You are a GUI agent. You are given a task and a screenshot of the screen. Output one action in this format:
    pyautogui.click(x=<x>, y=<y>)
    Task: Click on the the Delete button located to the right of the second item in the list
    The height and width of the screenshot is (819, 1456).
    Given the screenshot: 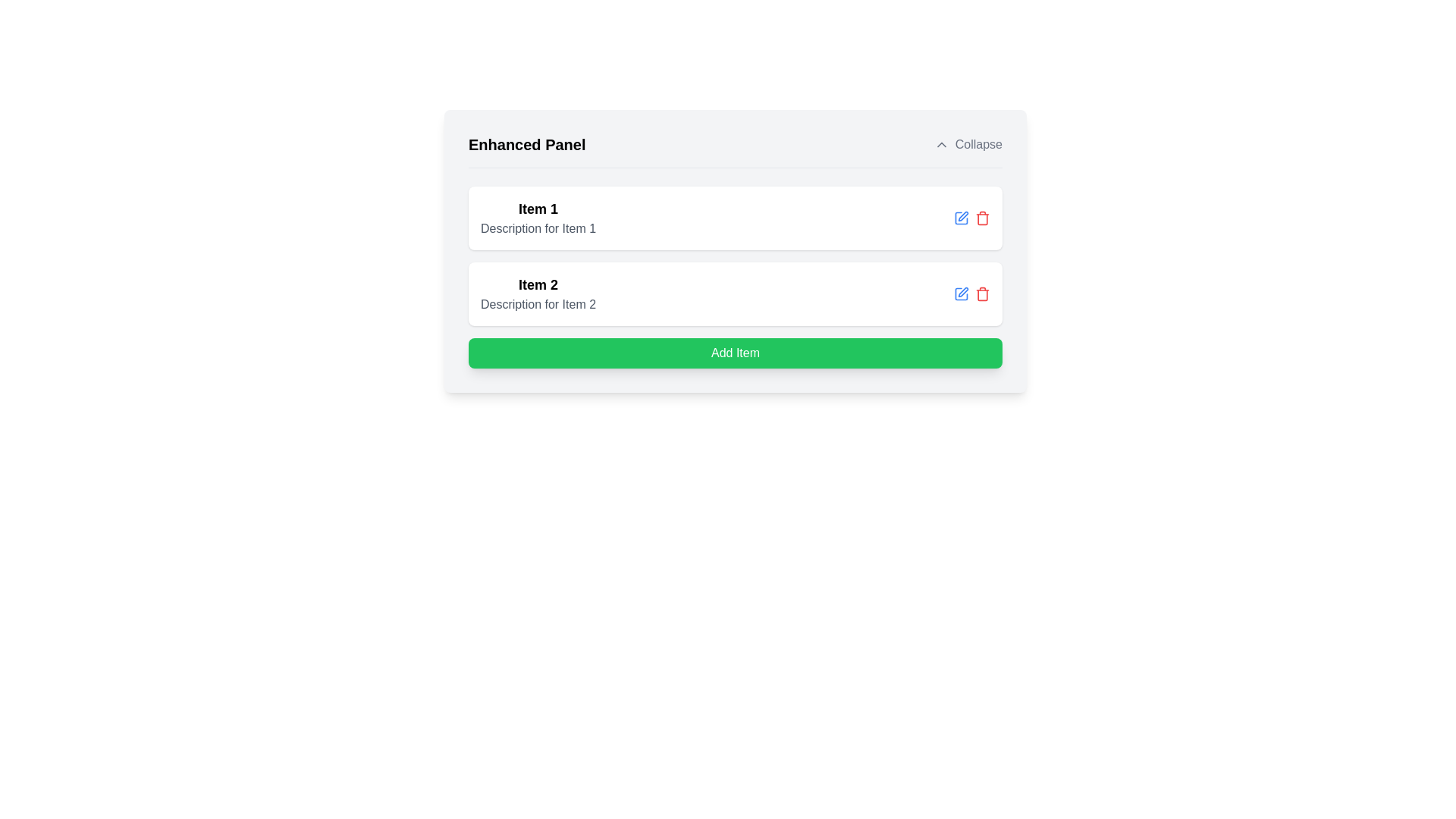 What is the action you would take?
    pyautogui.click(x=983, y=294)
    